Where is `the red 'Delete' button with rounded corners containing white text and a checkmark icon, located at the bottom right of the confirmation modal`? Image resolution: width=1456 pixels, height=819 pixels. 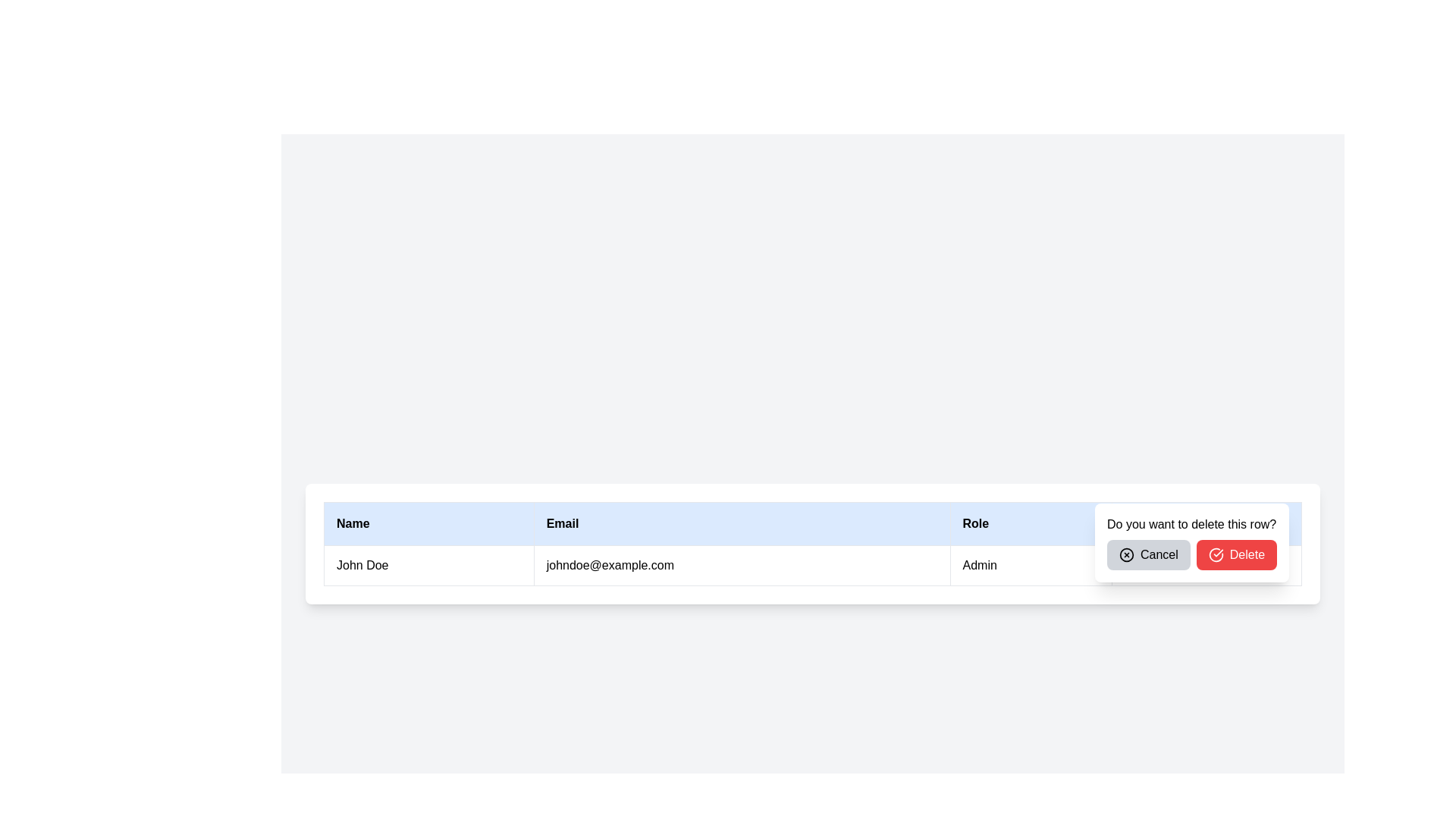
the red 'Delete' button with rounded corners containing white text and a checkmark icon, located at the bottom right of the confirmation modal is located at coordinates (1236, 554).